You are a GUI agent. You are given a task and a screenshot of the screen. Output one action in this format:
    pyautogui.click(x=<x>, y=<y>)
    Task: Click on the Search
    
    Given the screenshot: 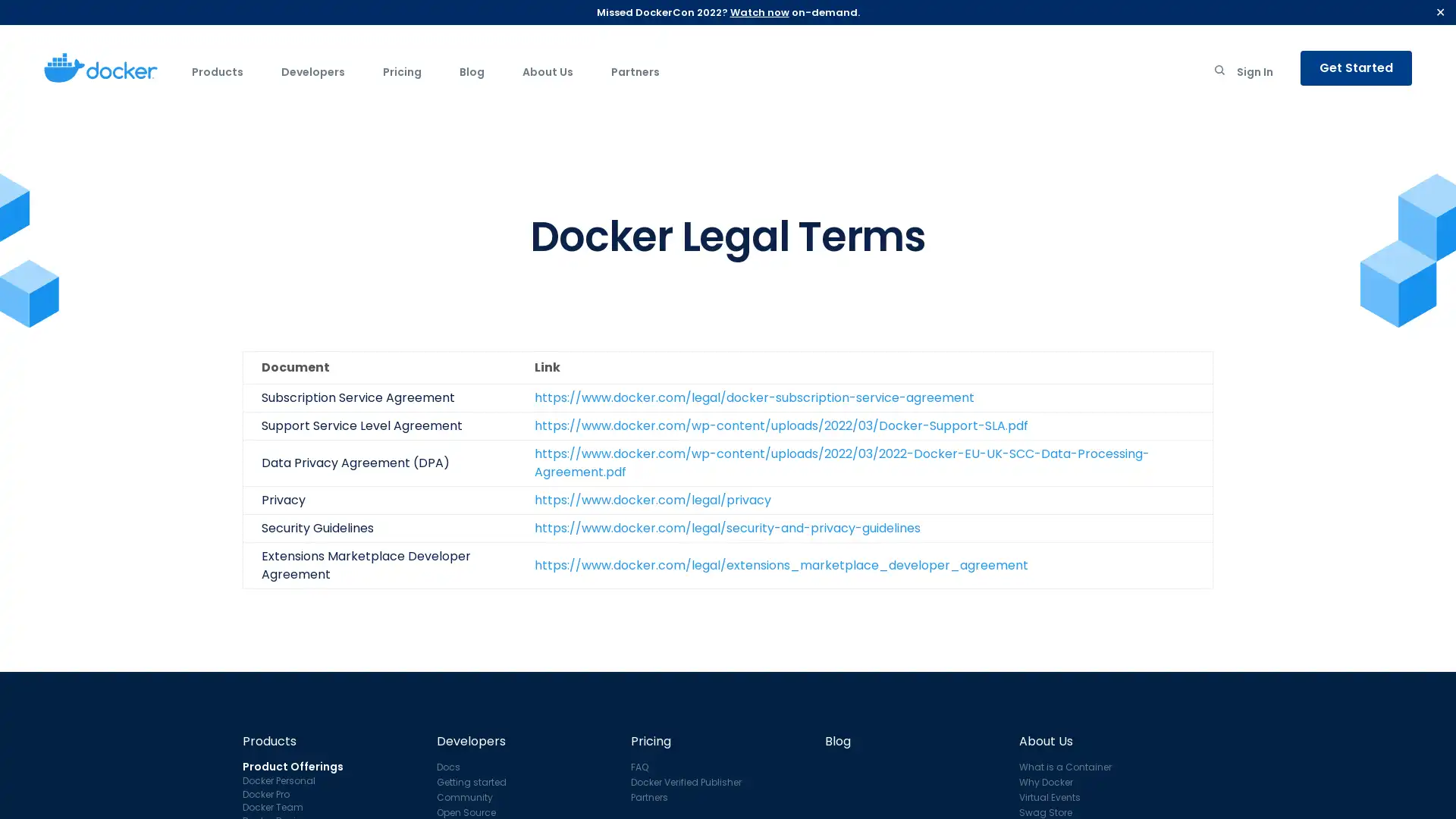 What is the action you would take?
    pyautogui.click(x=1219, y=73)
    